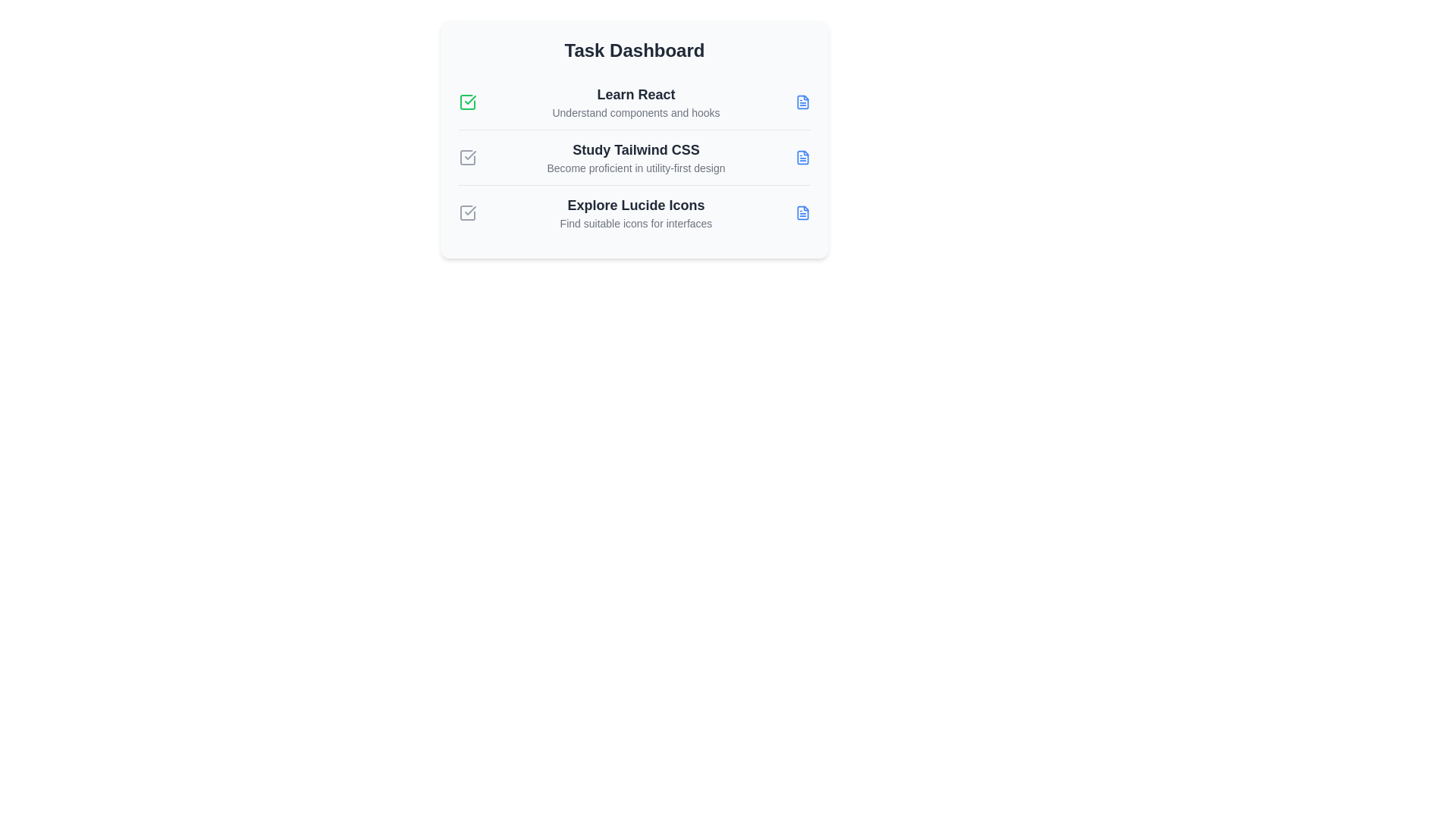 Image resolution: width=1456 pixels, height=819 pixels. What do you see at coordinates (802, 158) in the screenshot?
I see `the document icon corresponding to the task 'Study Tailwind CSS'` at bounding box center [802, 158].